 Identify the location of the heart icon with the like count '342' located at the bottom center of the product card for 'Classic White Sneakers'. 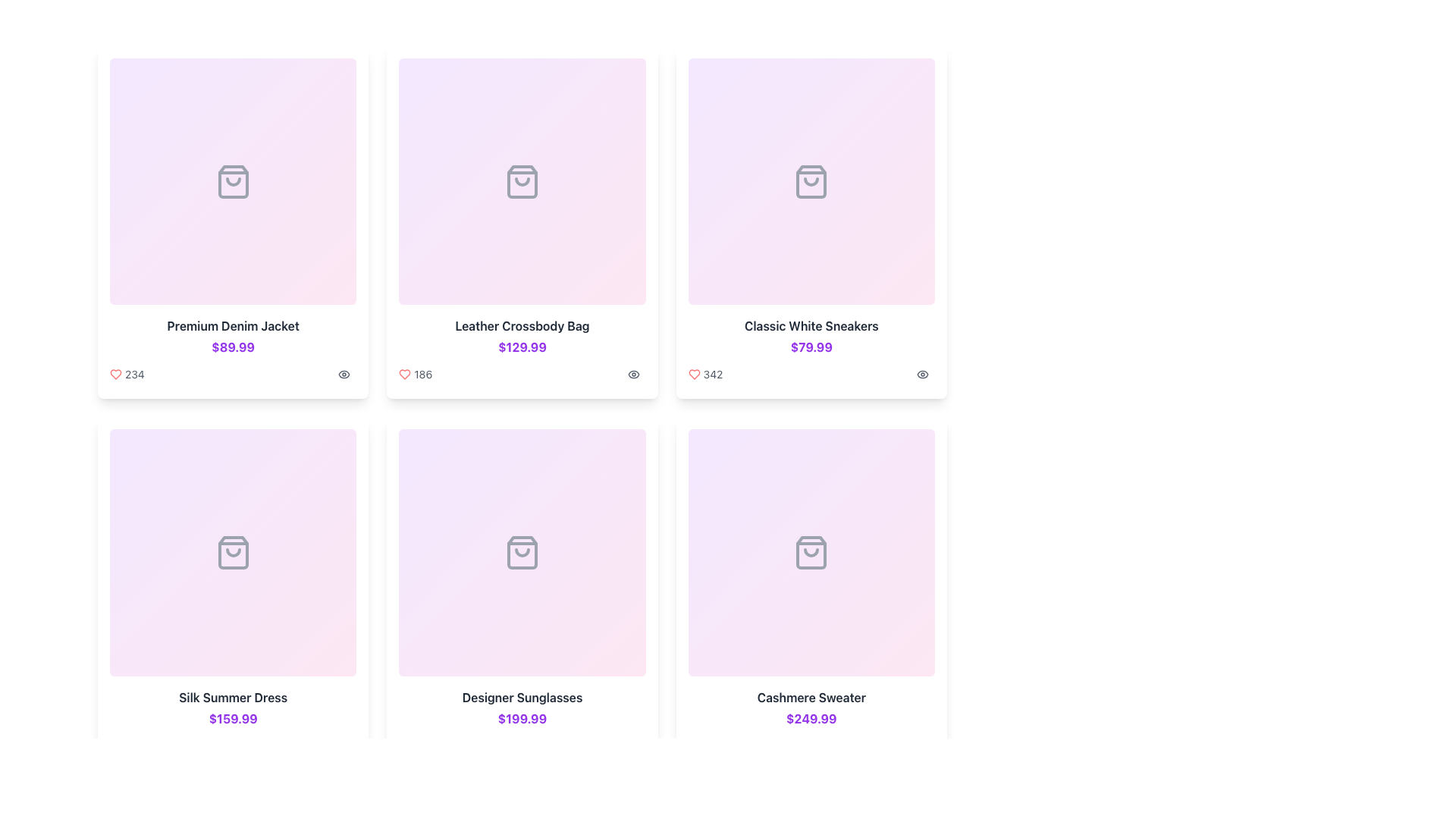
(704, 375).